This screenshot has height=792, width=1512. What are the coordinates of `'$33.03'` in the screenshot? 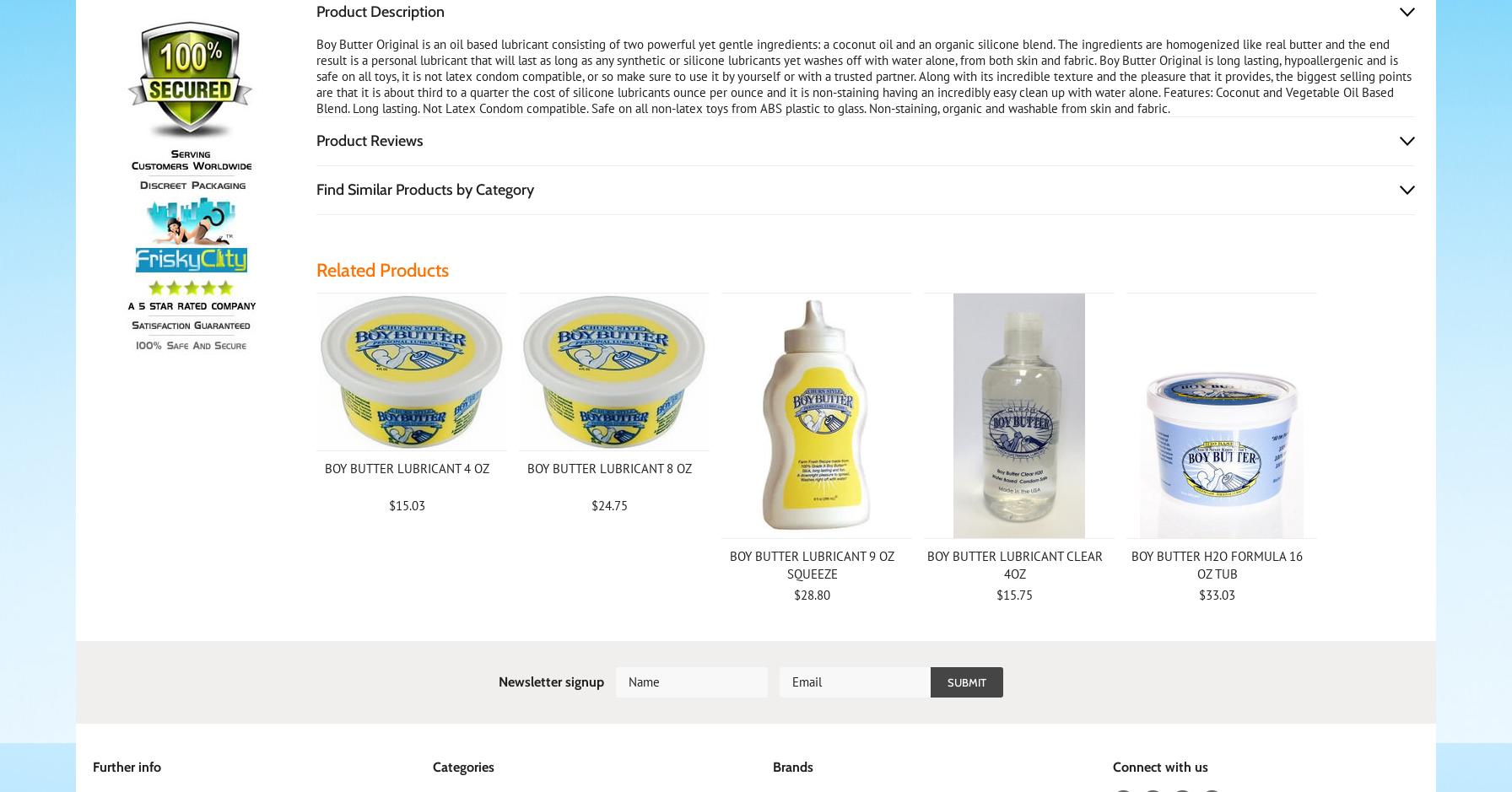 It's located at (1217, 594).